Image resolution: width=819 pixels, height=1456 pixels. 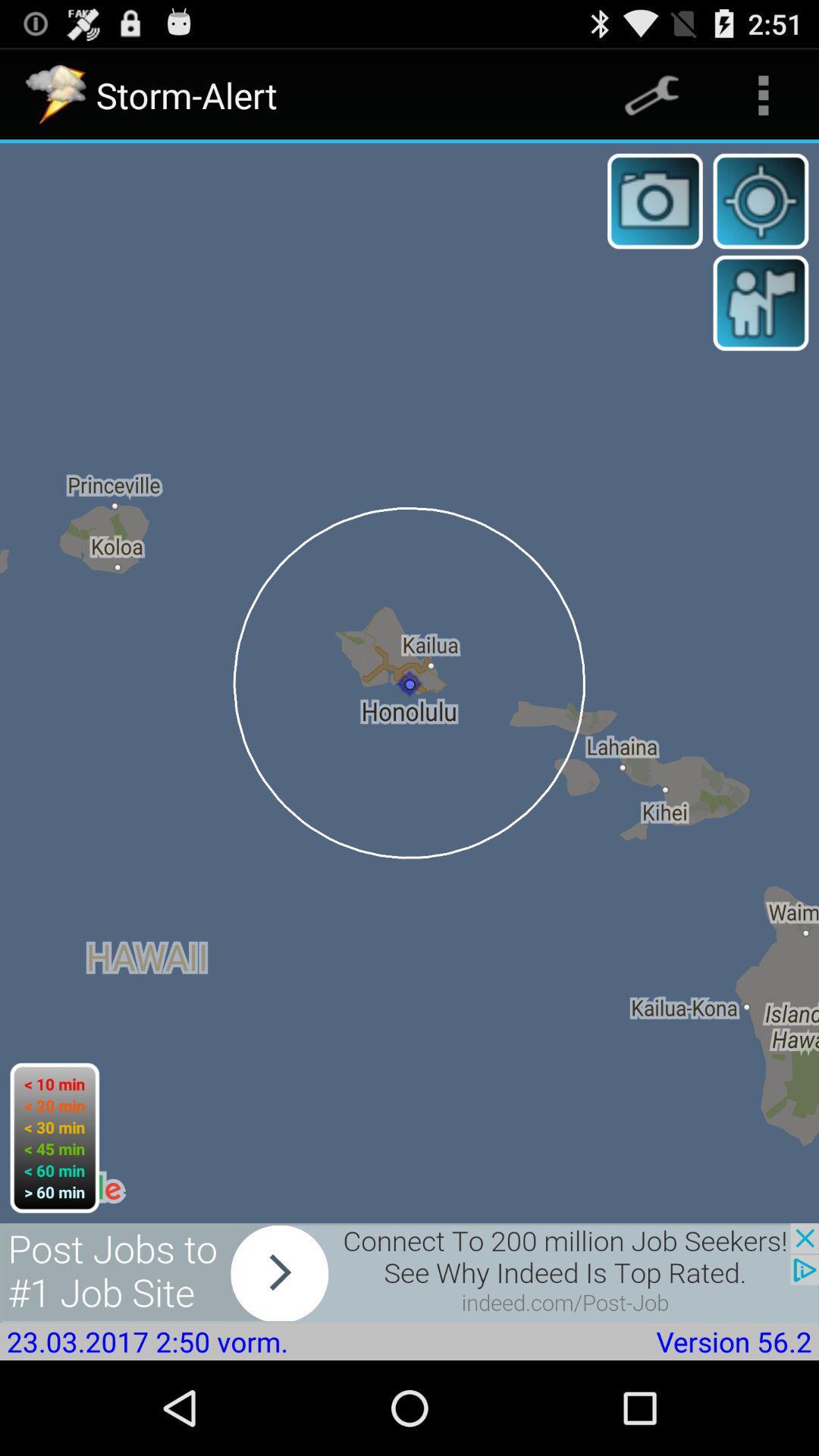 I want to click on display current location, so click(x=761, y=200).